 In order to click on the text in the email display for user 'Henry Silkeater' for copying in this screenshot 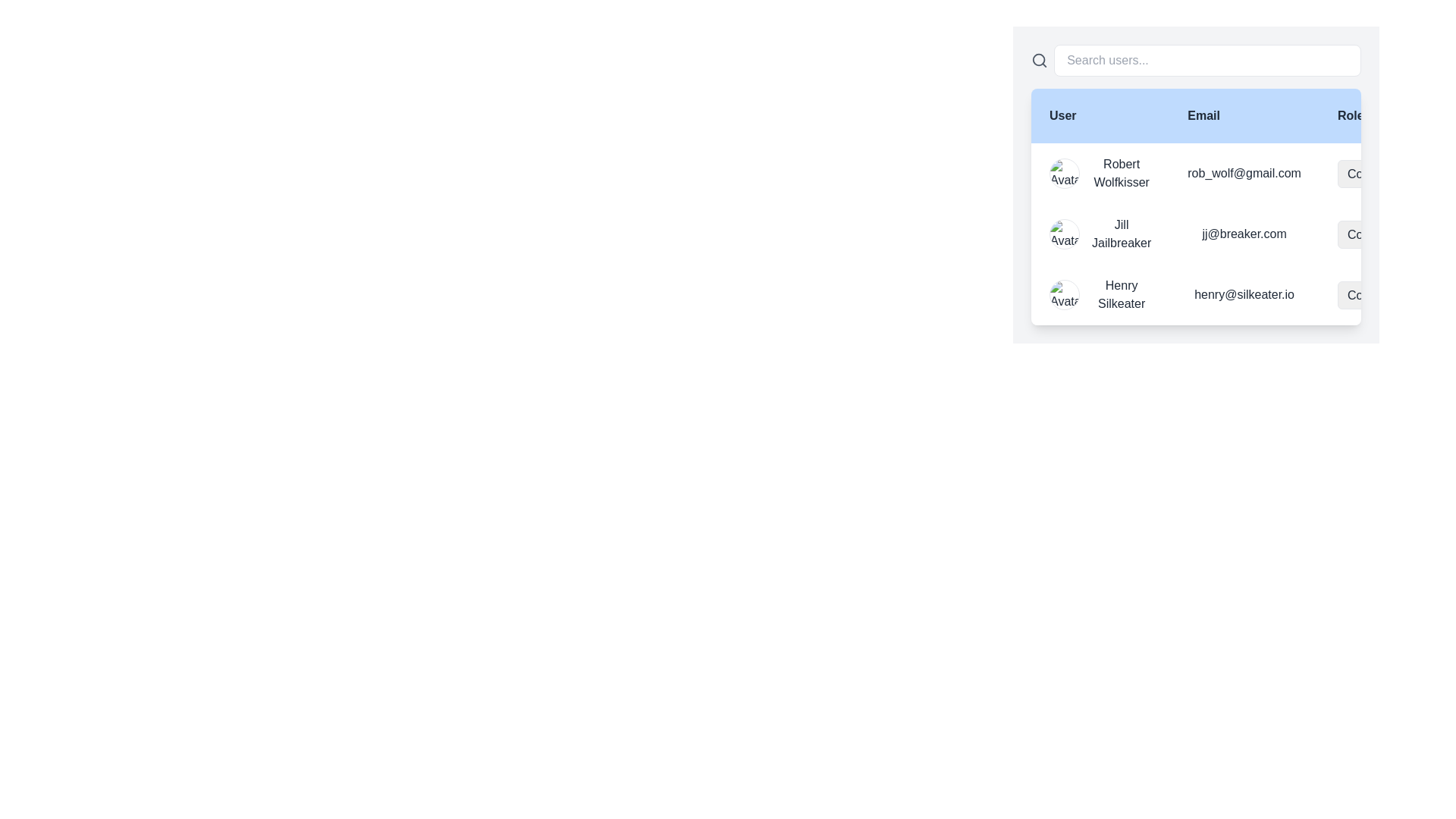, I will do `click(1244, 295)`.